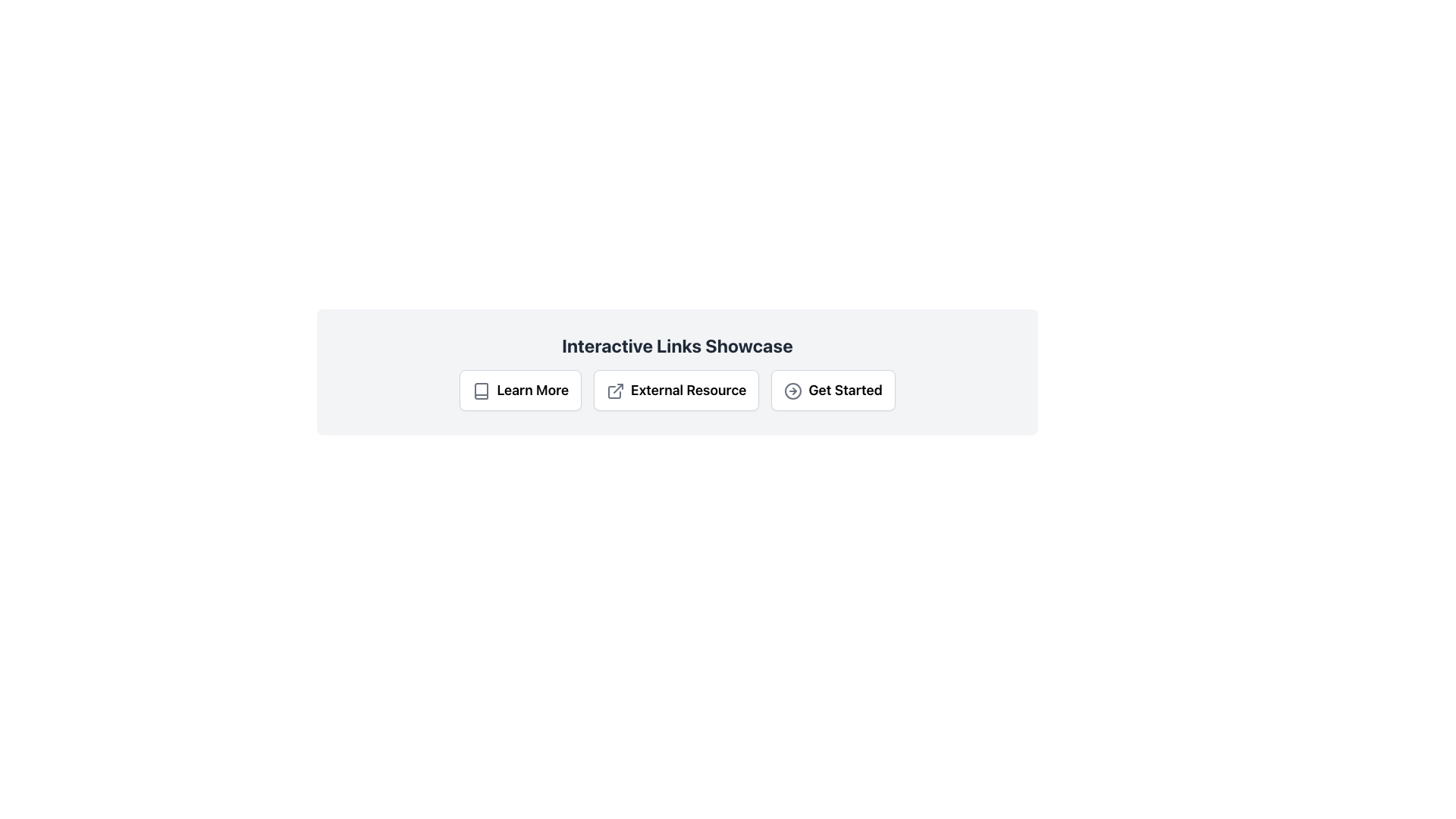 Image resolution: width=1456 pixels, height=819 pixels. What do you see at coordinates (792, 391) in the screenshot?
I see `the circular arrow icon pointing to the right, which is part of the 'Get Started' button, for interaction` at bounding box center [792, 391].